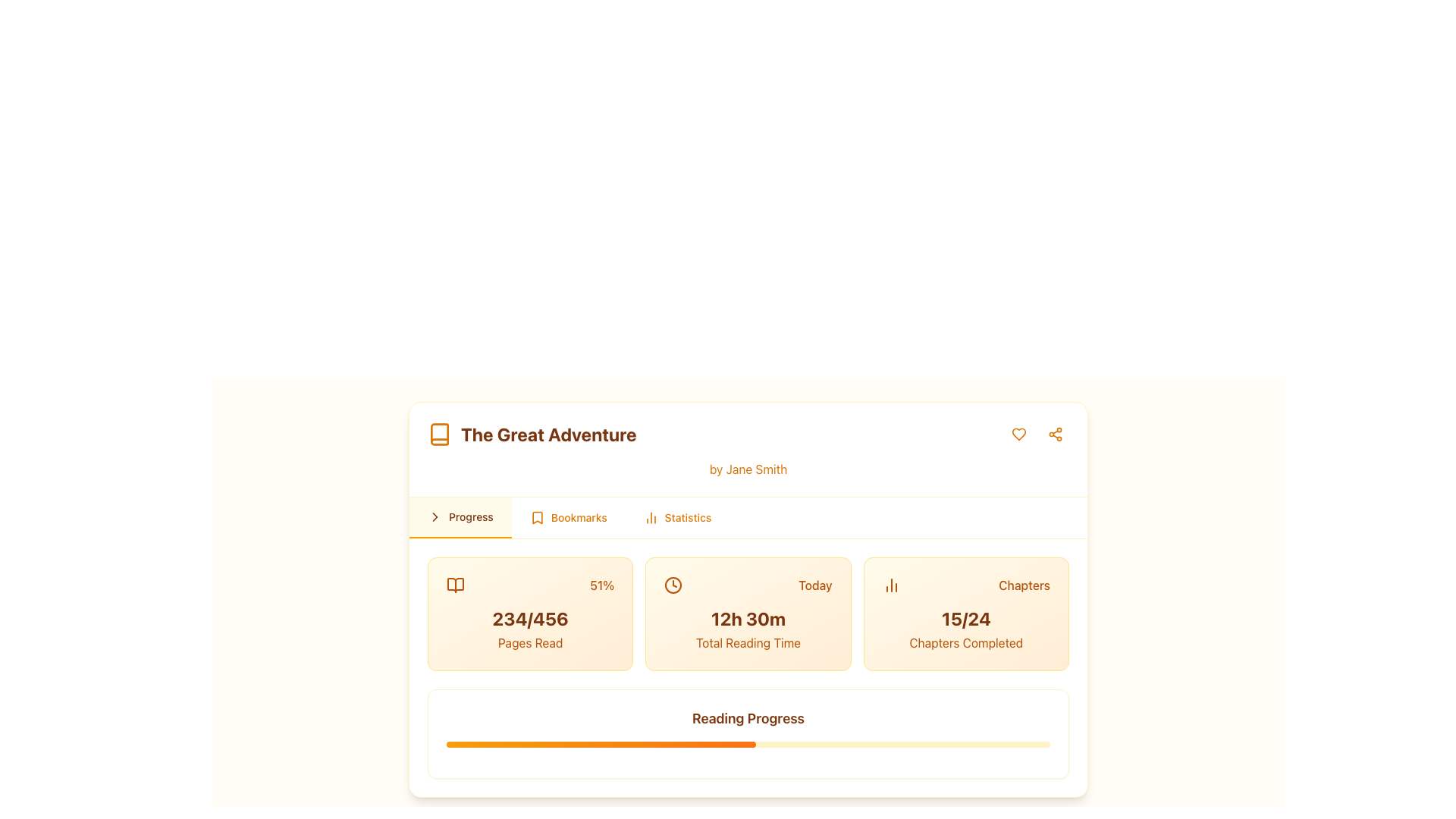  Describe the element at coordinates (651, 516) in the screenshot. I see `the icon resembling a vertical bar chart located in the 'Statistics' tab section` at that location.